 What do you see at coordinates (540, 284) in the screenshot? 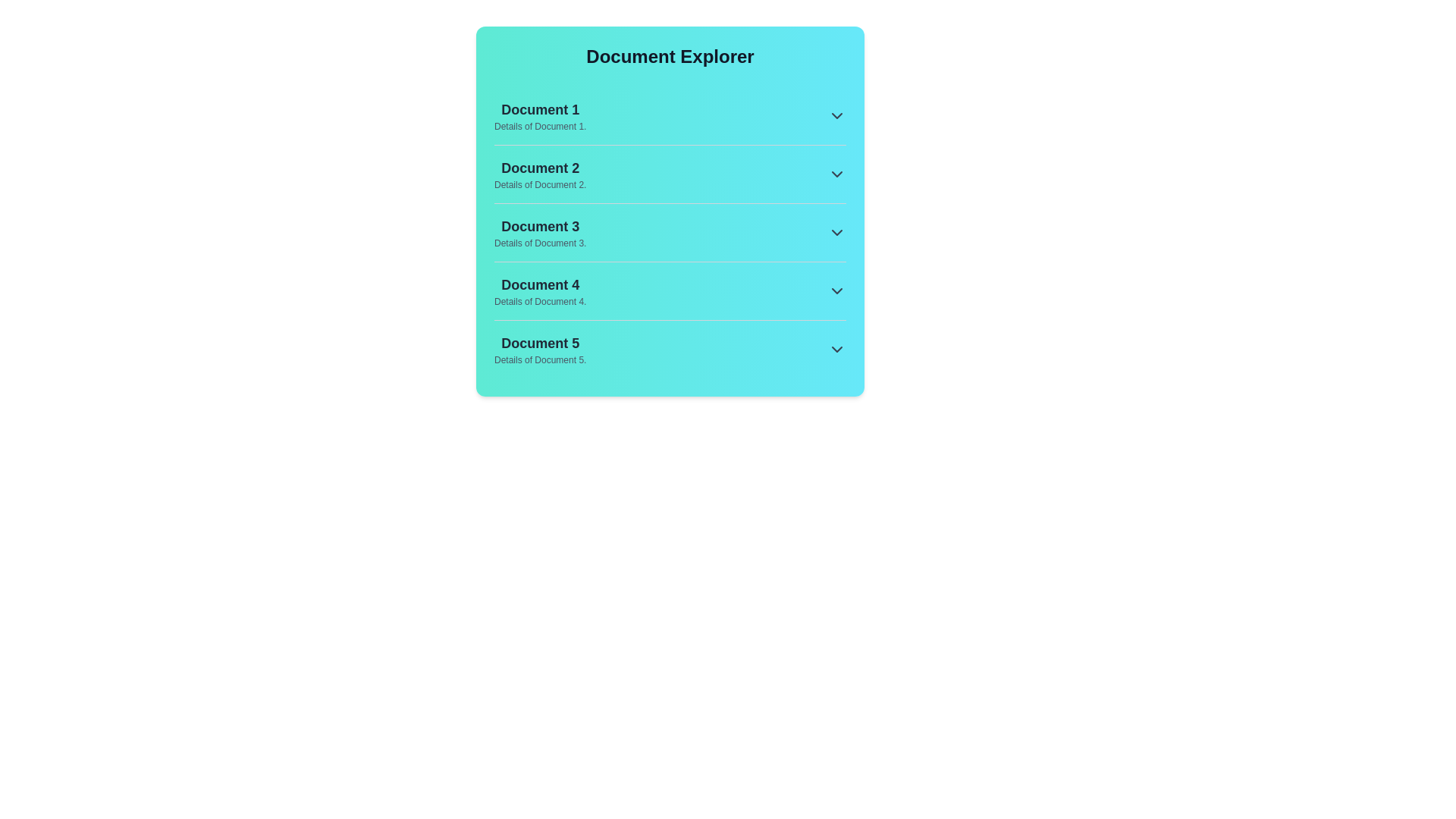
I see `the title and description of document 4` at bounding box center [540, 284].